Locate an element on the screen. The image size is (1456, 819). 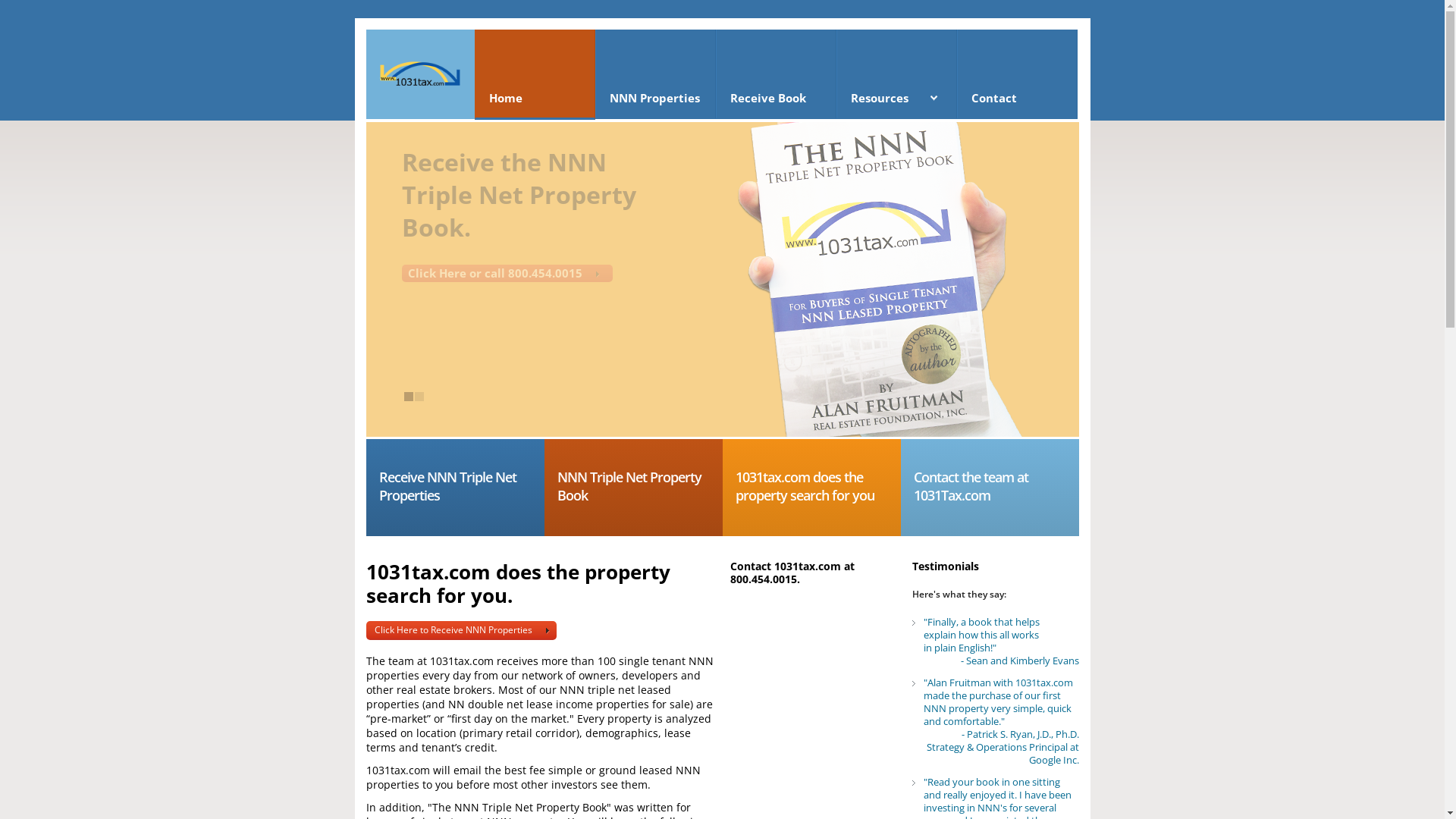
'Click Here to Receive NNN Properties' is located at coordinates (460, 630).